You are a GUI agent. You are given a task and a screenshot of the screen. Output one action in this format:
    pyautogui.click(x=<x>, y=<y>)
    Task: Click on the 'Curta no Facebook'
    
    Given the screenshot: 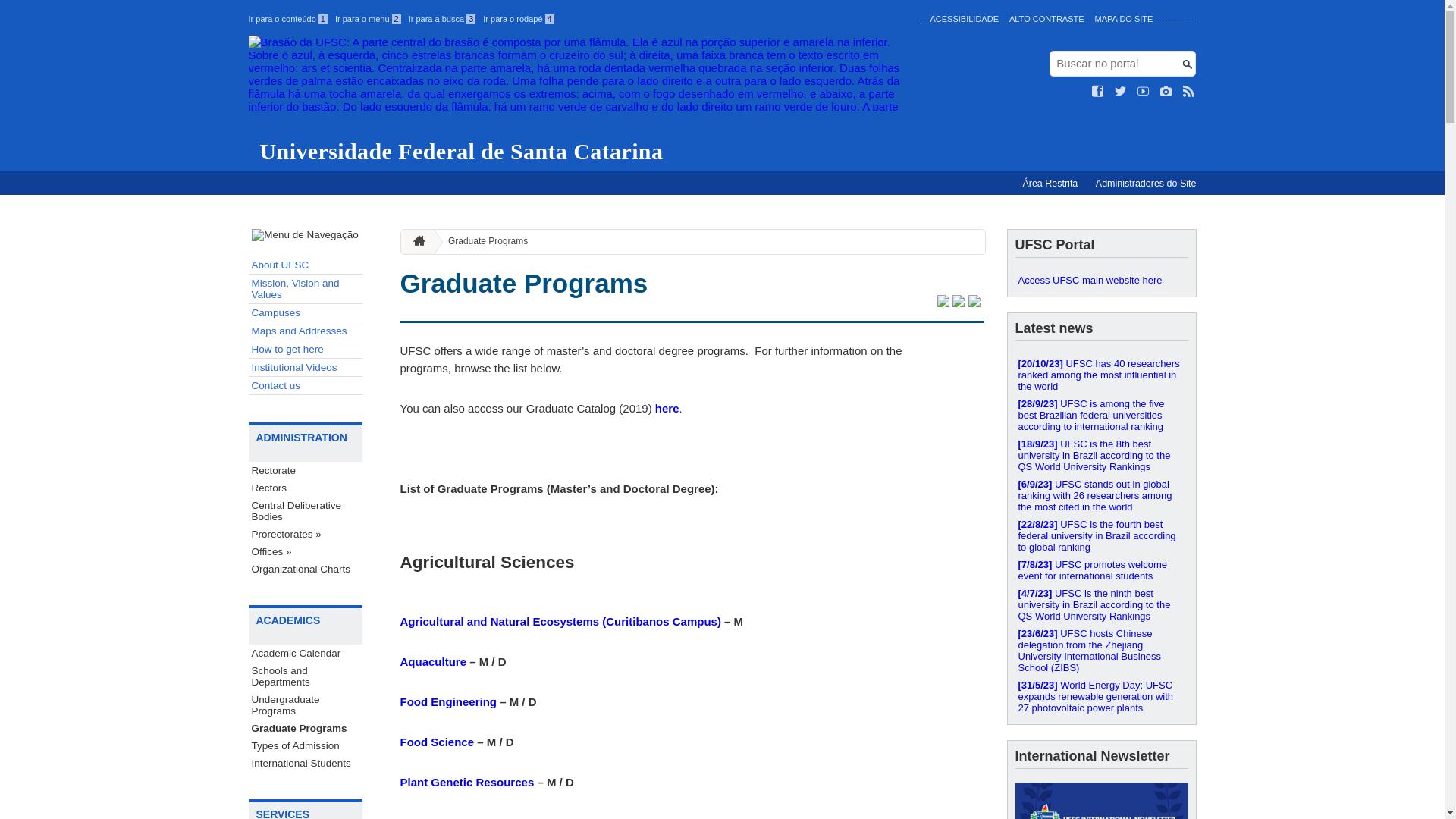 What is the action you would take?
    pyautogui.click(x=1098, y=91)
    